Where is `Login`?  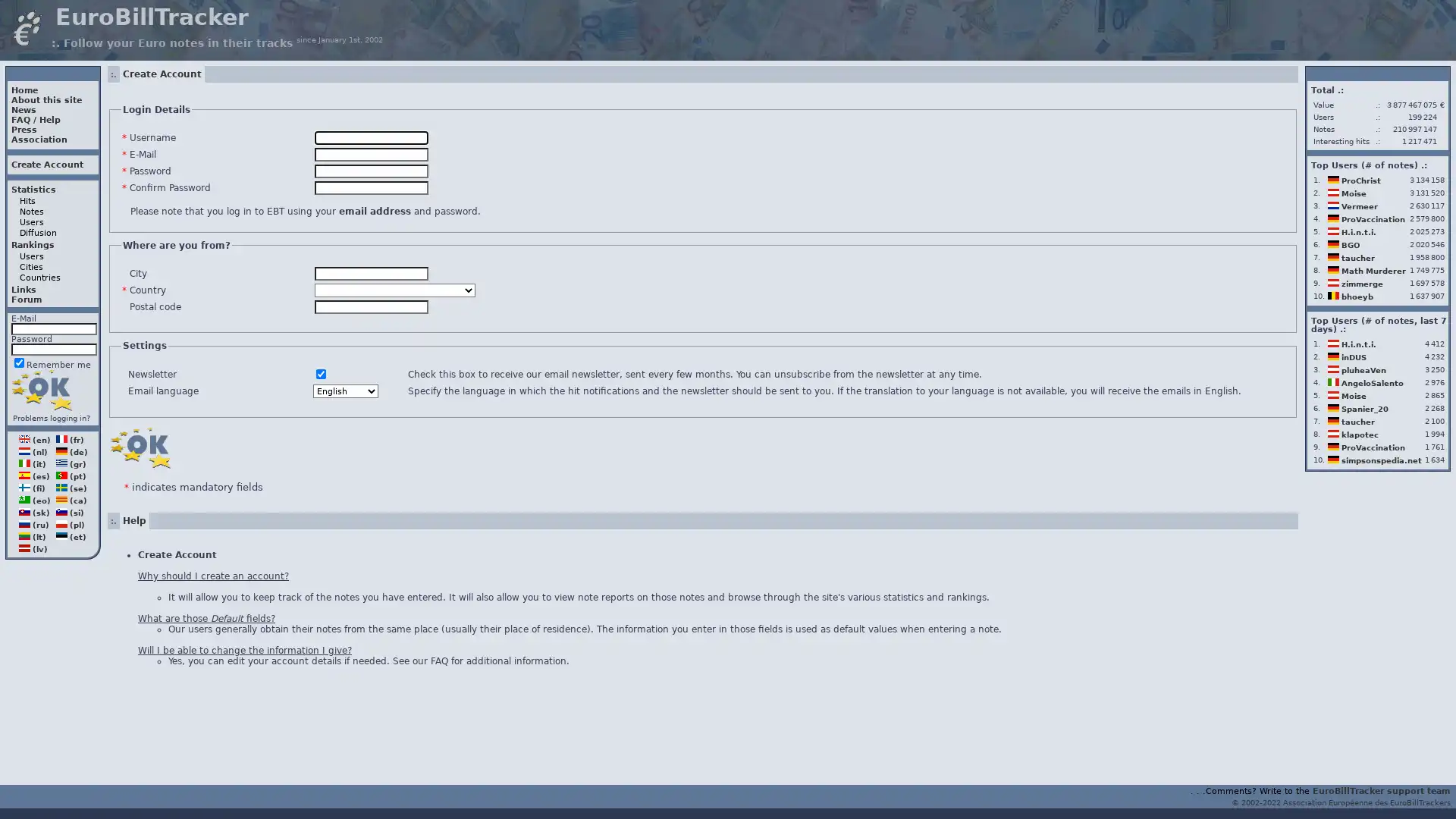
Login is located at coordinates (41, 390).